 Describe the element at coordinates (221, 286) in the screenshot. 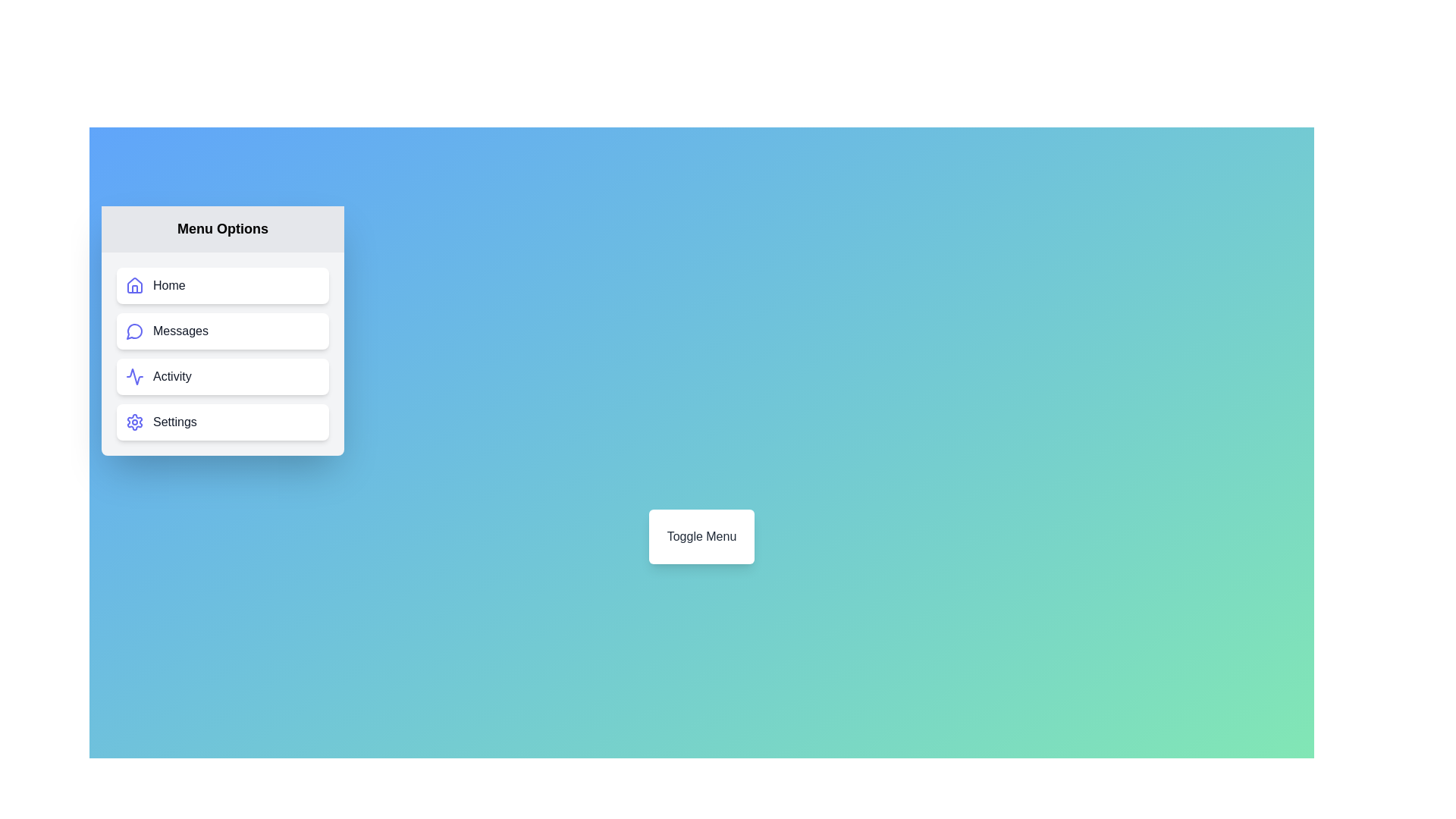

I see `the menu item labeled Home to observe its hover effect` at that location.